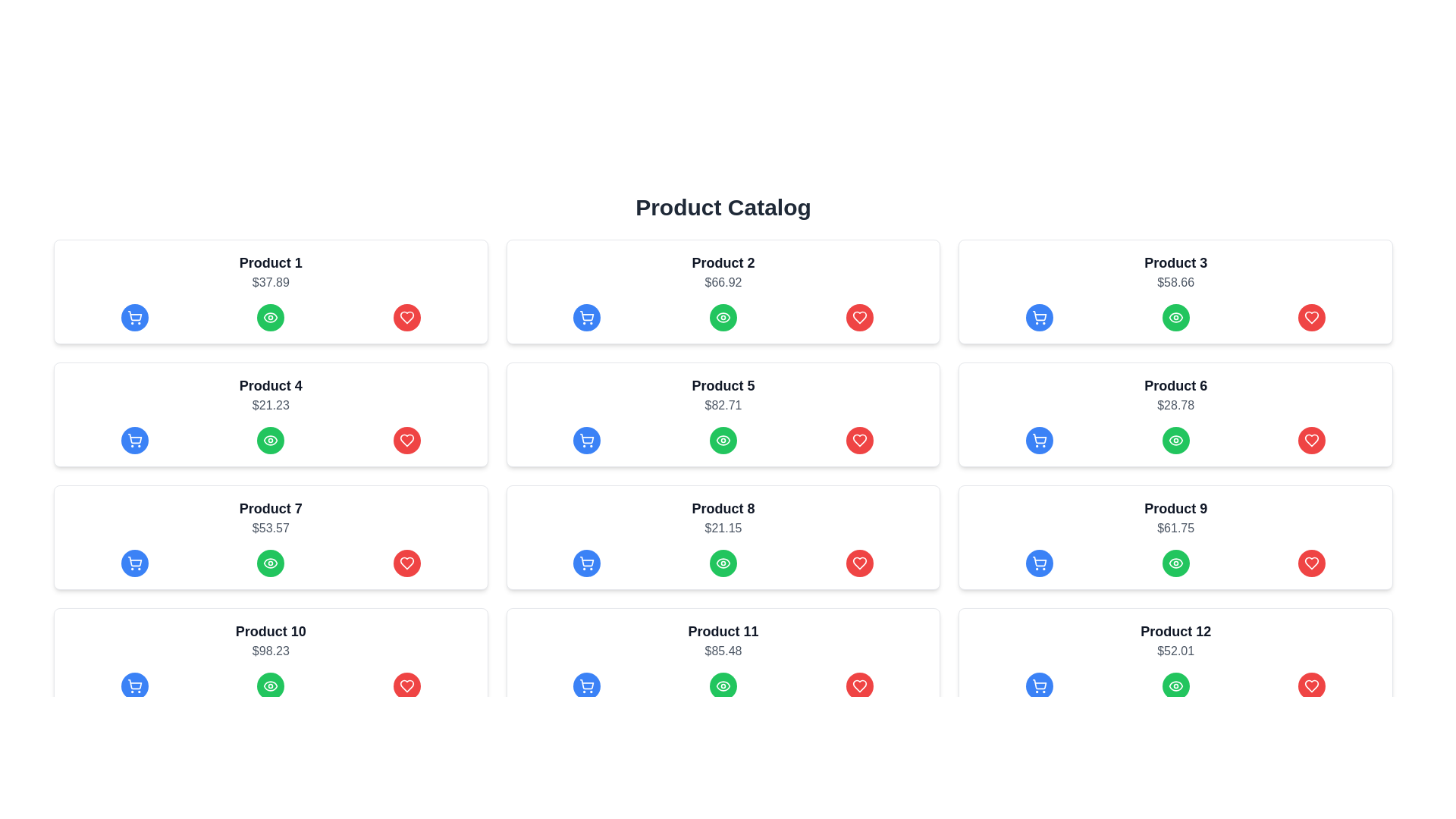 Image resolution: width=1456 pixels, height=819 pixels. I want to click on the text label displaying the product name 'Product 11' located at the top center of the product card, so click(723, 632).